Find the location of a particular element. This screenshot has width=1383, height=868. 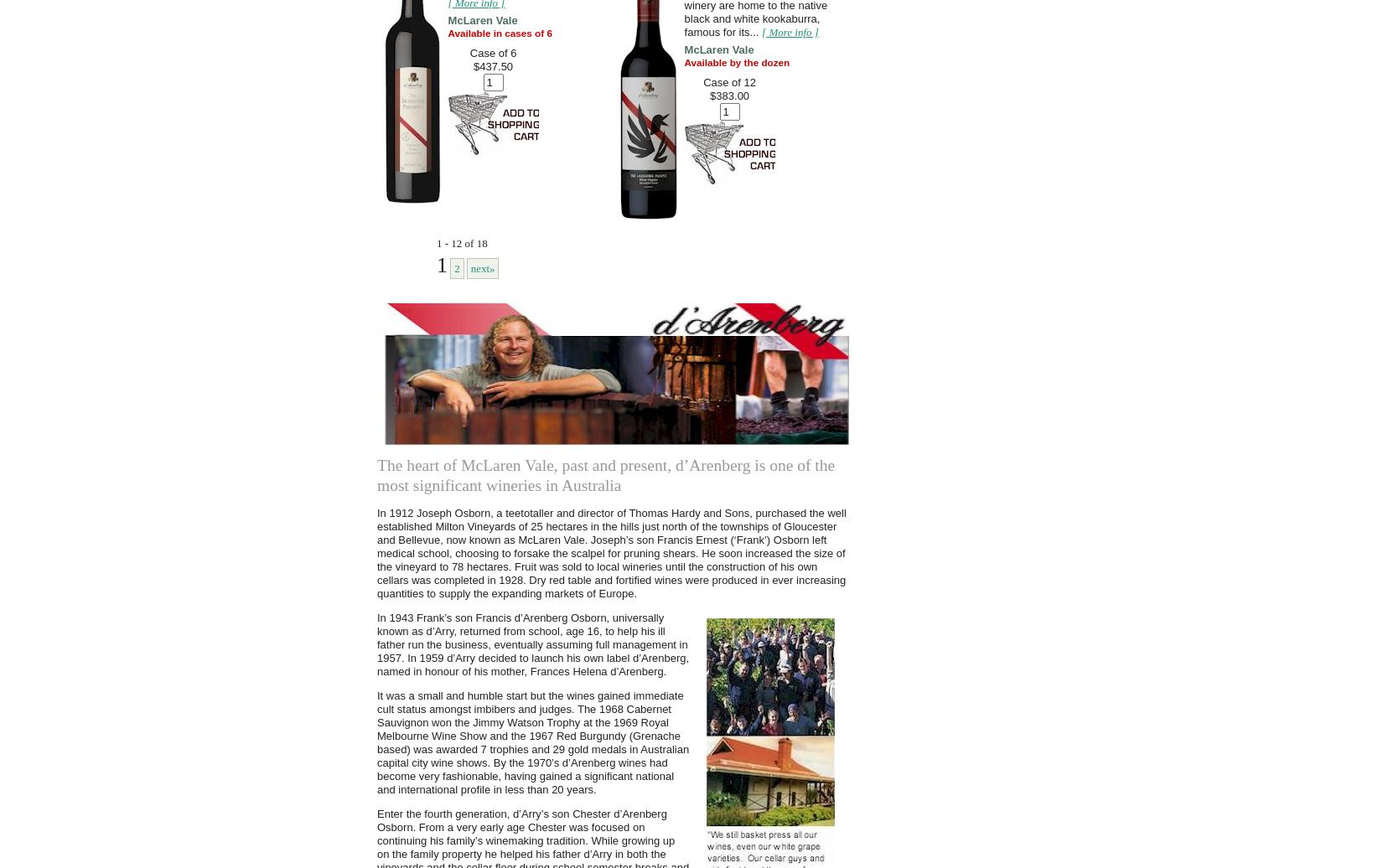

'Case of 12' is located at coordinates (729, 82).